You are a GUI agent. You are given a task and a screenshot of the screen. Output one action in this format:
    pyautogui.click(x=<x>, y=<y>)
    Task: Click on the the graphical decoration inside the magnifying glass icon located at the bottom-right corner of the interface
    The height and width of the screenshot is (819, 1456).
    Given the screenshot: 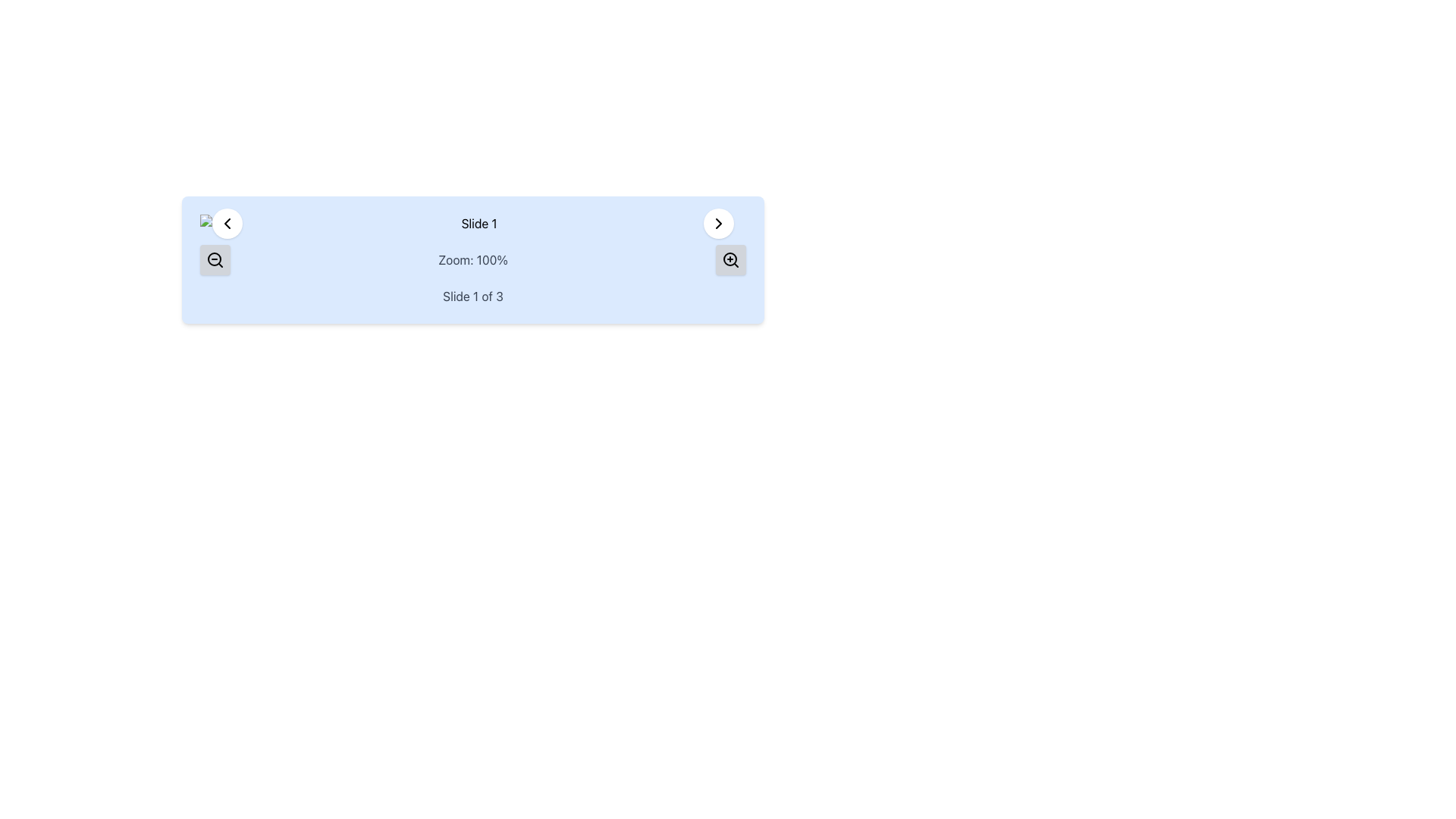 What is the action you would take?
    pyautogui.click(x=214, y=259)
    